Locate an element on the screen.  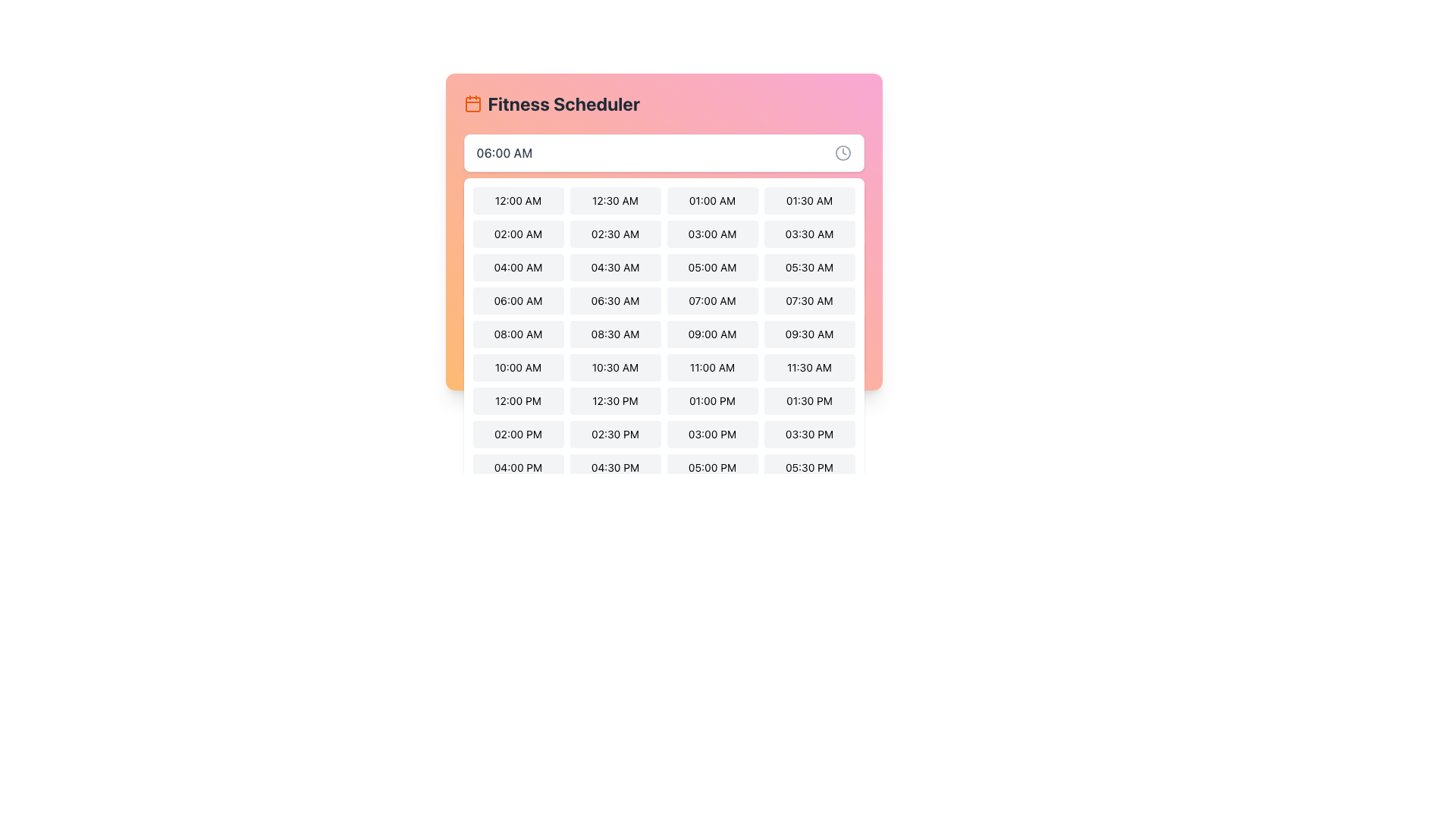
the selectable time option button for 05:00 PM located in the last row and third column of the dropdown menu grid is located at coordinates (711, 467).